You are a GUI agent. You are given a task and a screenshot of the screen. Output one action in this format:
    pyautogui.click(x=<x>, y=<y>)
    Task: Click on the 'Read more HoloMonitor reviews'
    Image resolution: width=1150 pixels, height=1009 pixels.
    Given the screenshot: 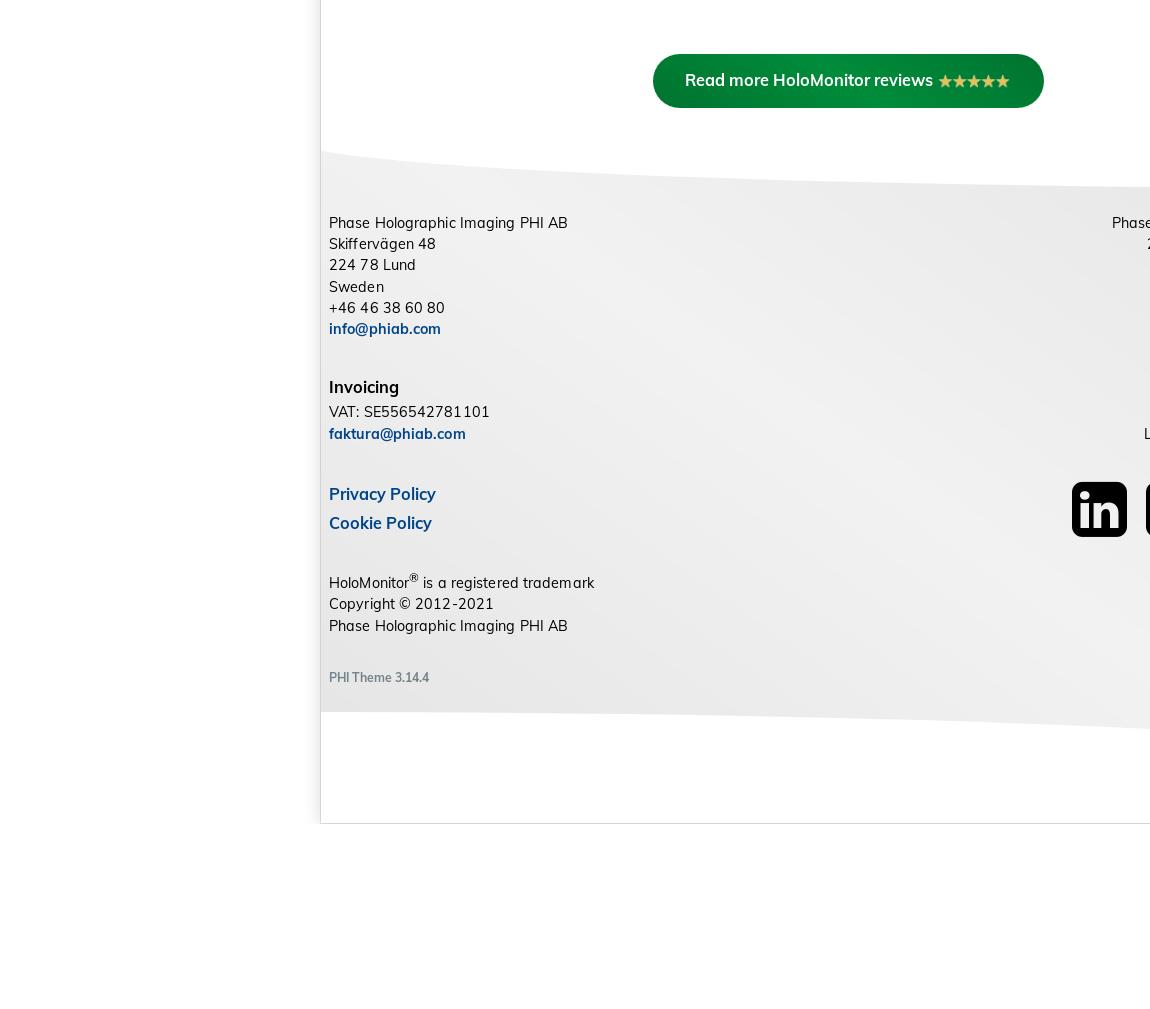 What is the action you would take?
    pyautogui.click(x=694, y=262)
    